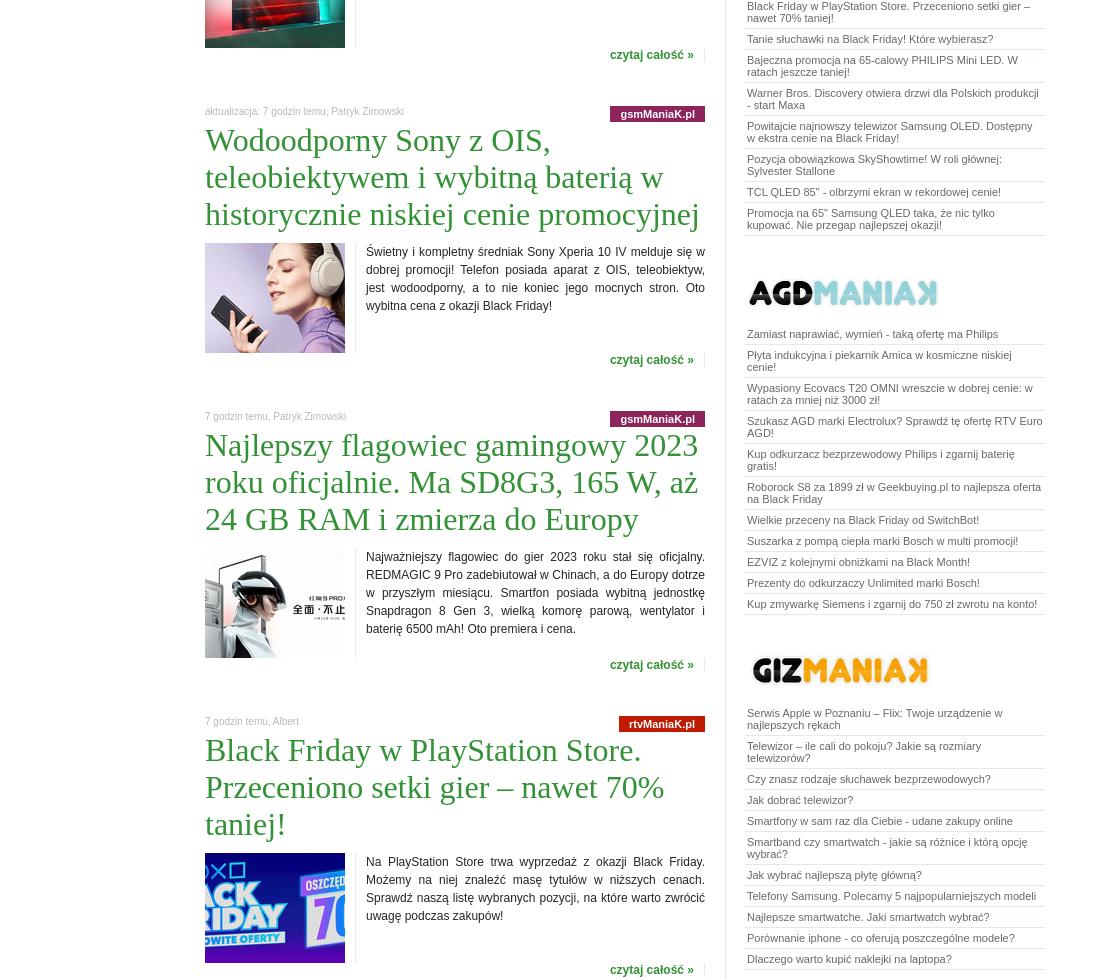 Image resolution: width=1100 pixels, height=979 pixels. Describe the element at coordinates (872, 164) in the screenshot. I see `'Pozycja obowiązkowa SkyShowtime! W roli głównej: Sylvester Stallone'` at that location.